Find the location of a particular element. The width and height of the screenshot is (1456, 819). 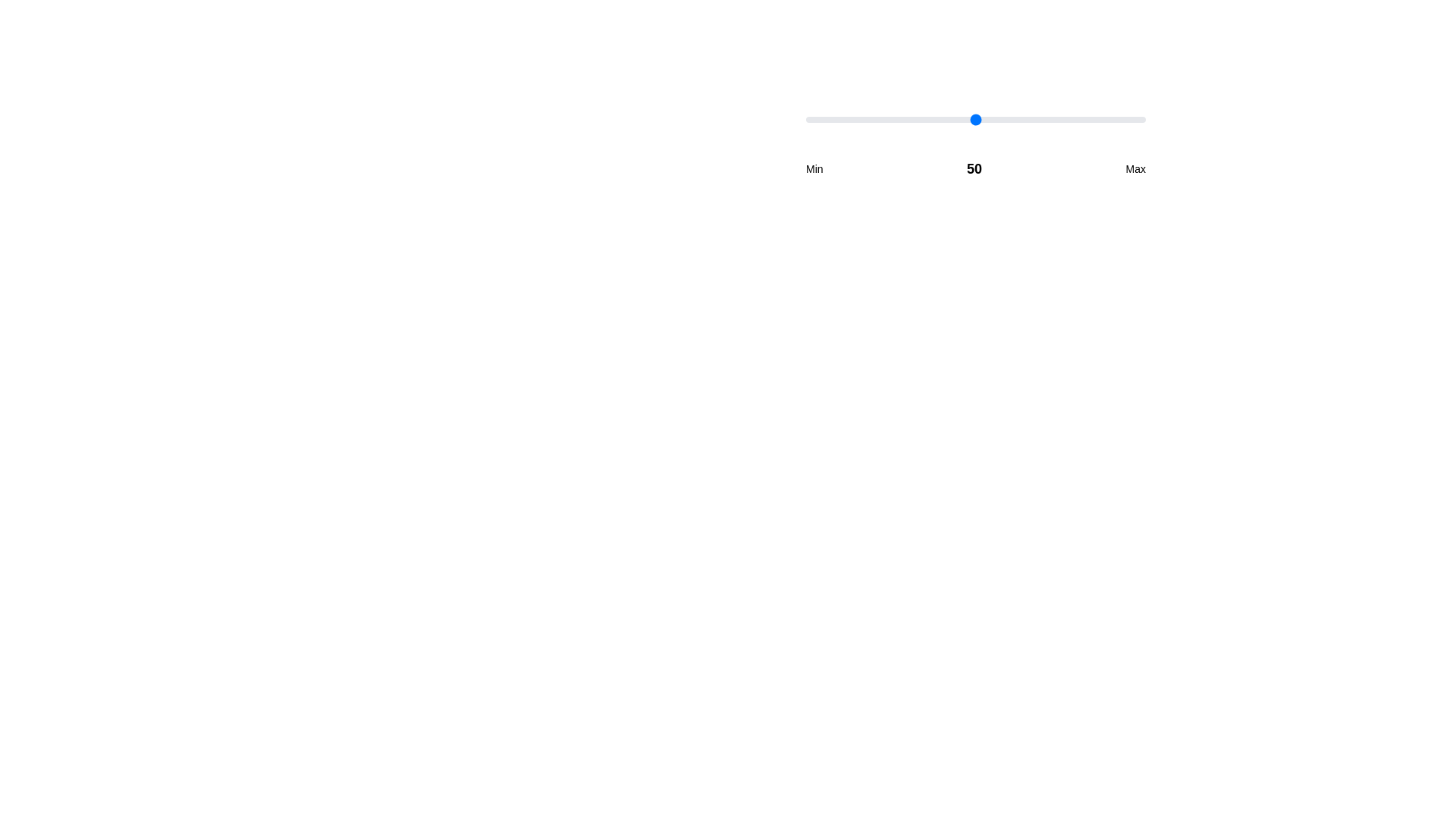

the slider is located at coordinates (914, 119).